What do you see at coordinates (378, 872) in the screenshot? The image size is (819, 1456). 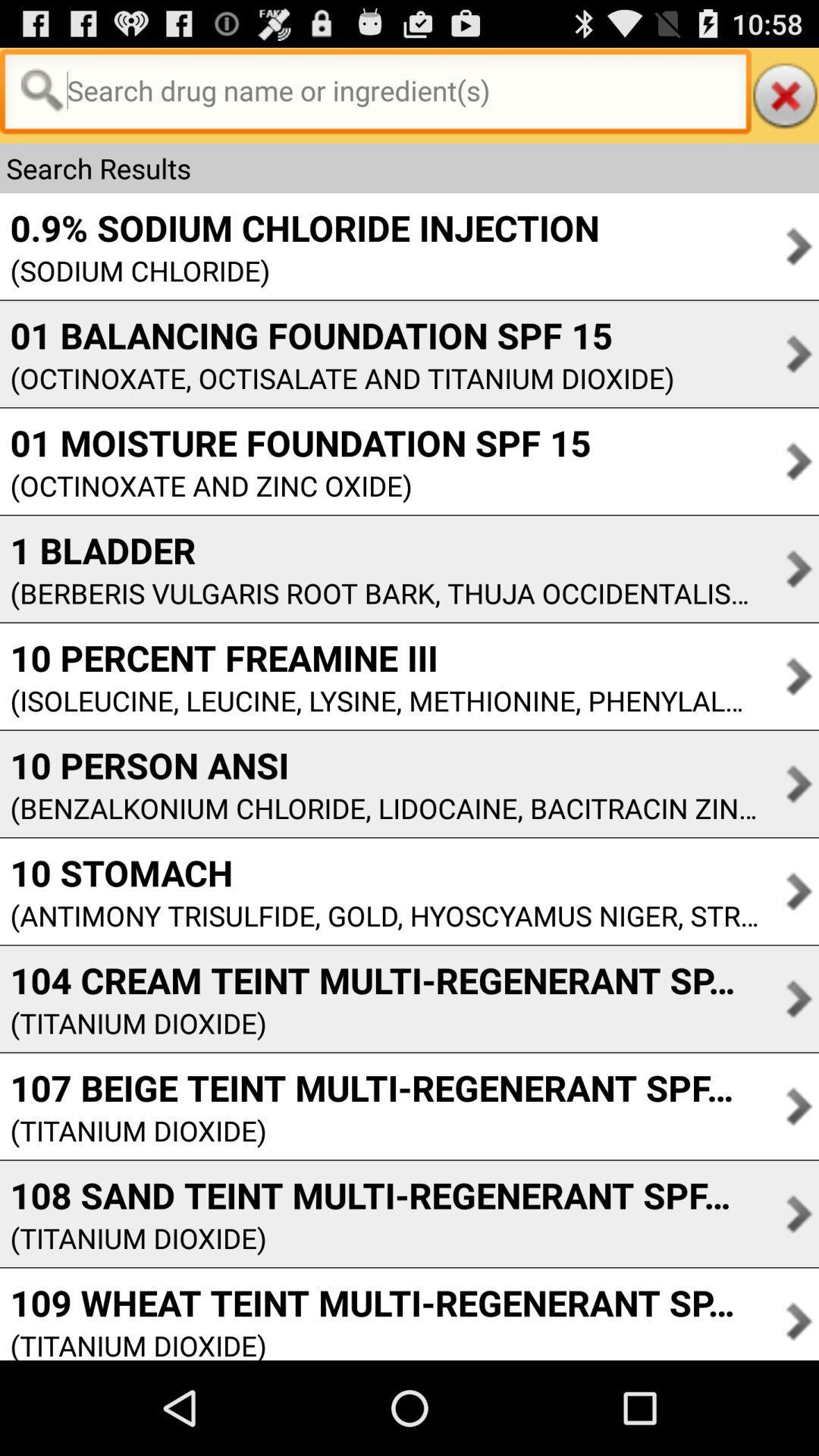 I see `10 stomach item` at bounding box center [378, 872].